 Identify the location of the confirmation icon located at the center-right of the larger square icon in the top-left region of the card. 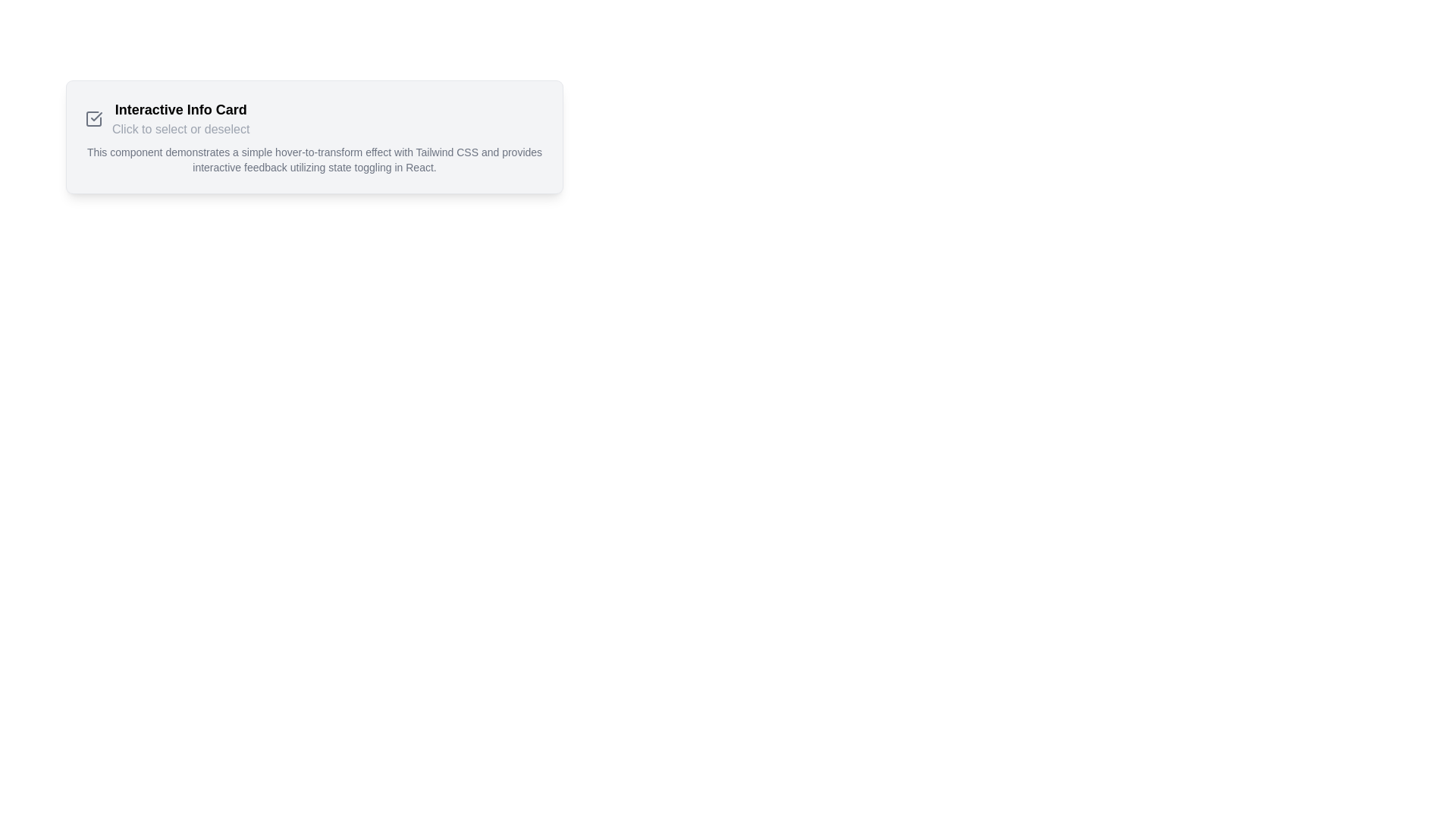
(96, 116).